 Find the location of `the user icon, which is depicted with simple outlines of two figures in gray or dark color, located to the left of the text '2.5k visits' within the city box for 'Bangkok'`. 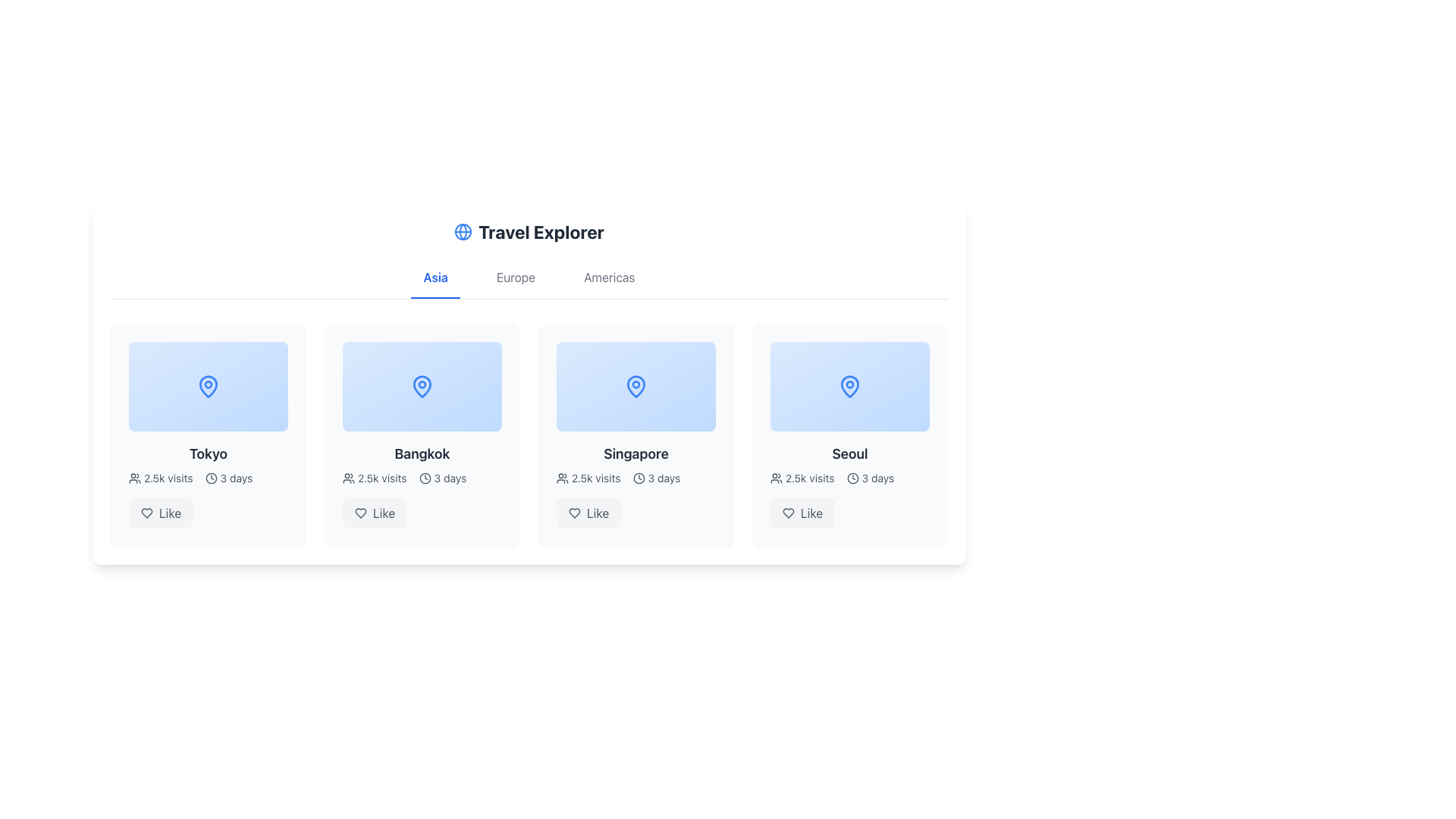

the user icon, which is depicted with simple outlines of two figures in gray or dark color, located to the left of the text '2.5k visits' within the city box for 'Bangkok' is located at coordinates (348, 479).